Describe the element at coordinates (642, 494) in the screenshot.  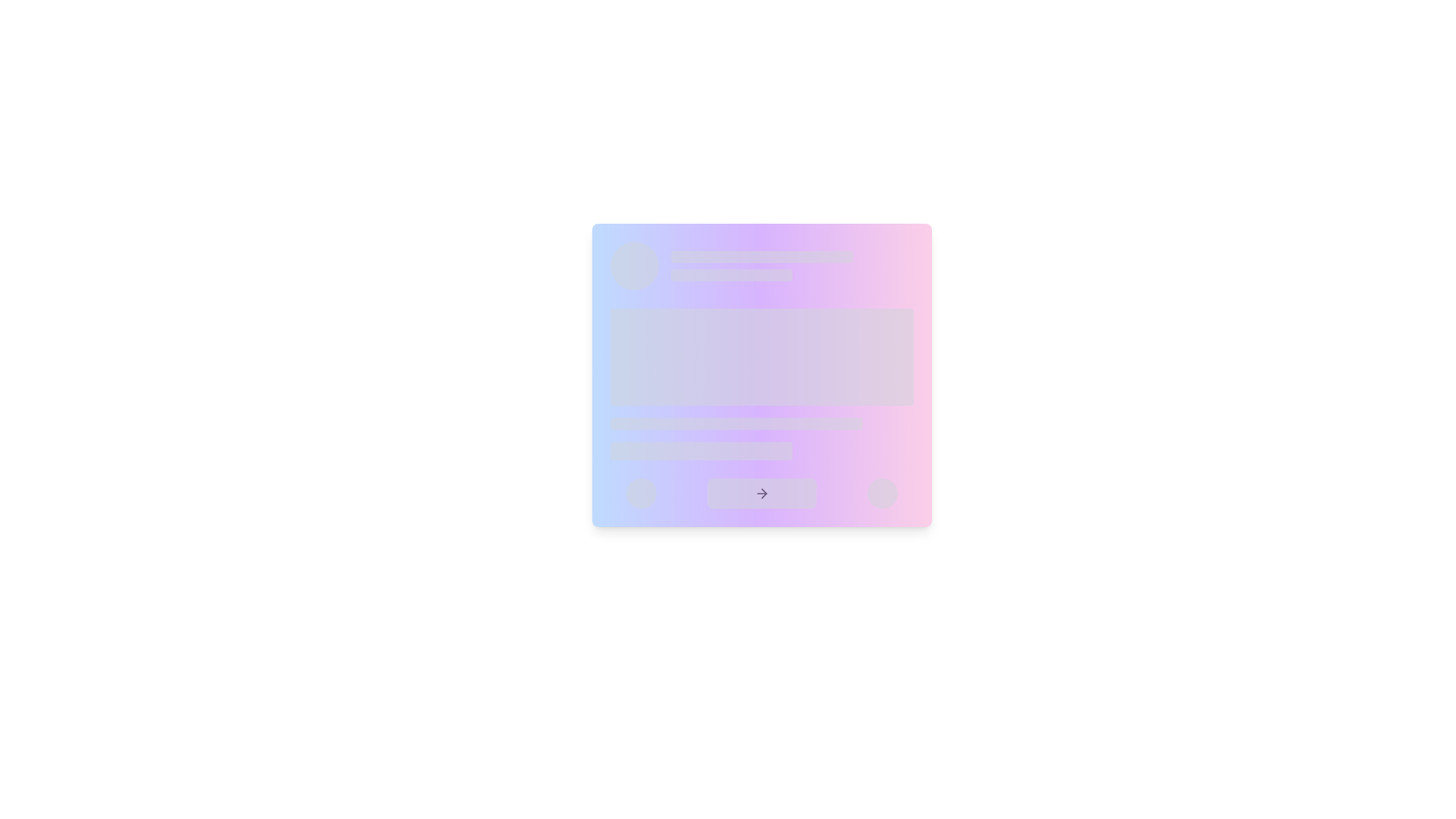
I see `the circular gray button located at the far left of the bottom row of interactive components` at that location.